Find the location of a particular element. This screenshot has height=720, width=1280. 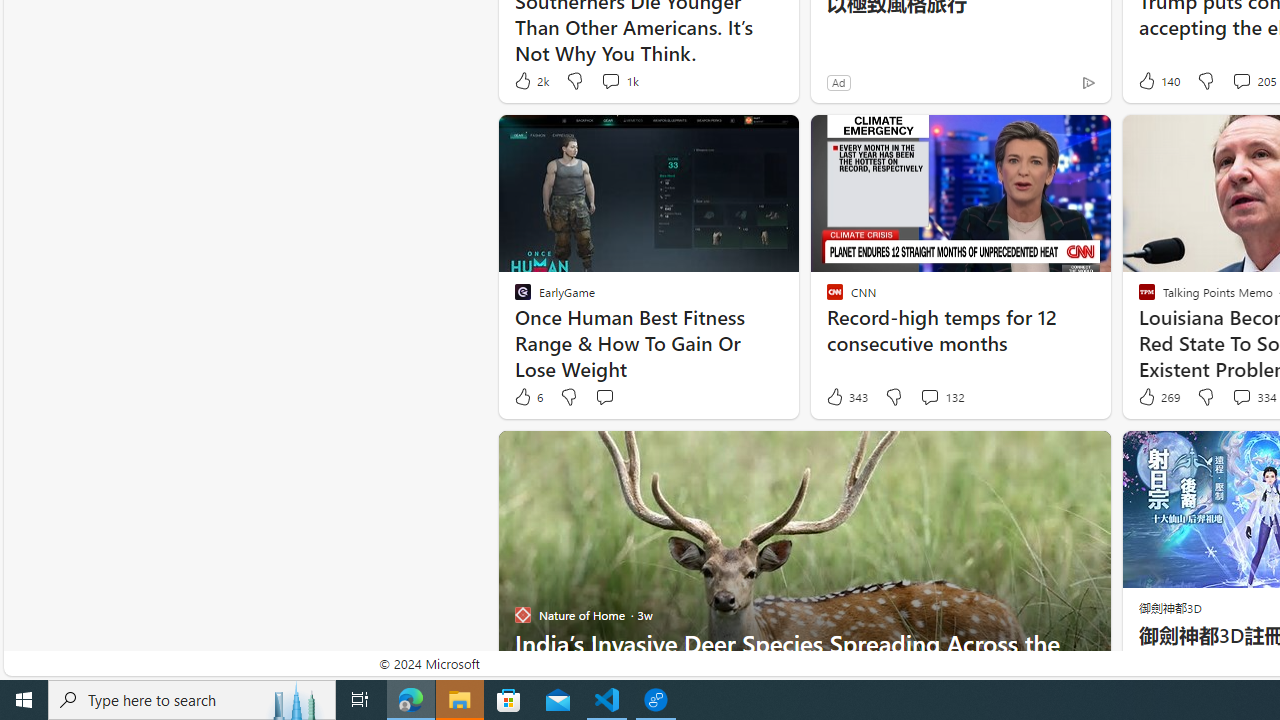

'View comments 132 Comment' is located at coordinates (928, 397).